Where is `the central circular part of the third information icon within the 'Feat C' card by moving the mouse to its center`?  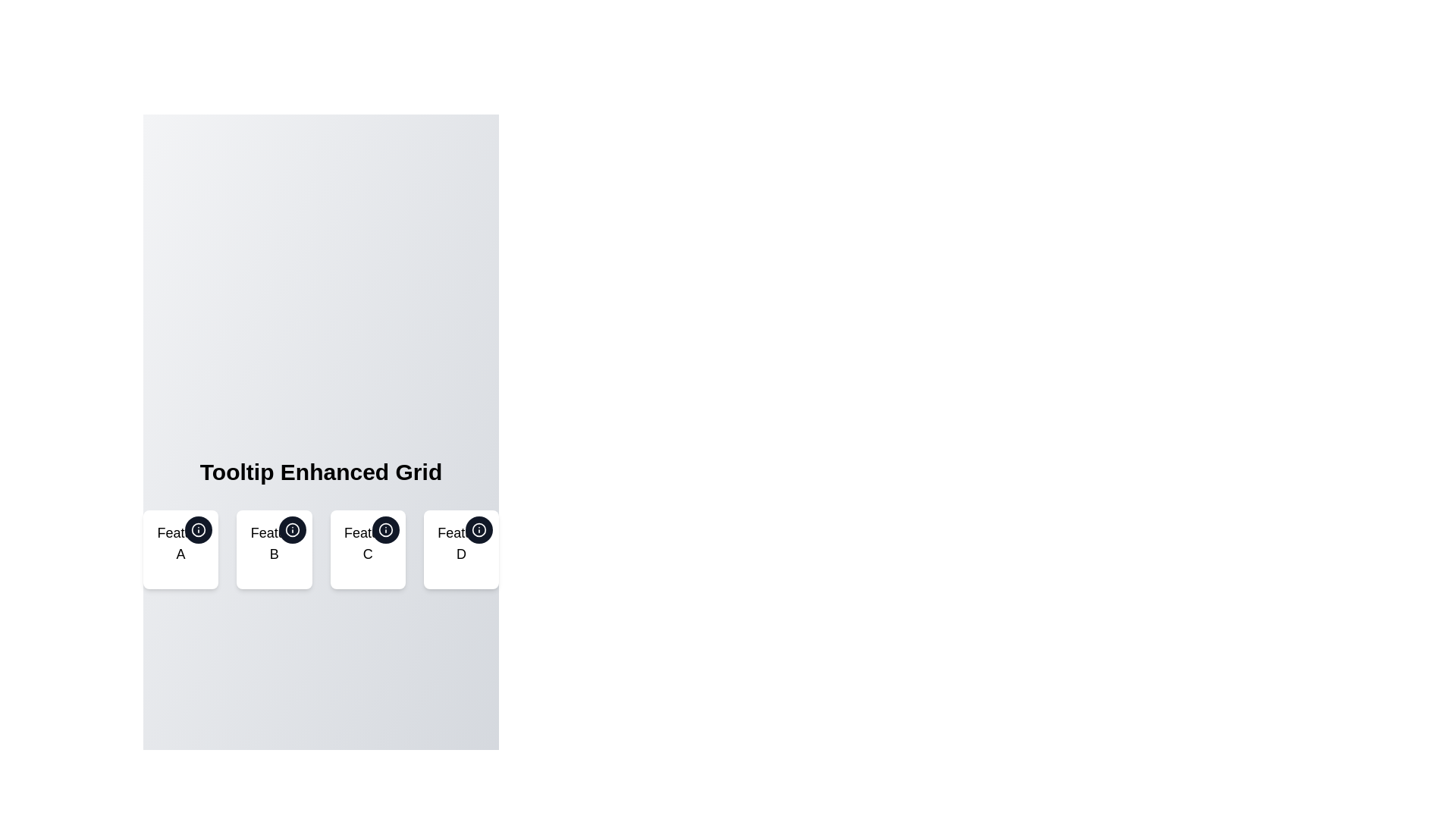
the central circular part of the third information icon within the 'Feat C' card by moving the mouse to its center is located at coordinates (385, 529).